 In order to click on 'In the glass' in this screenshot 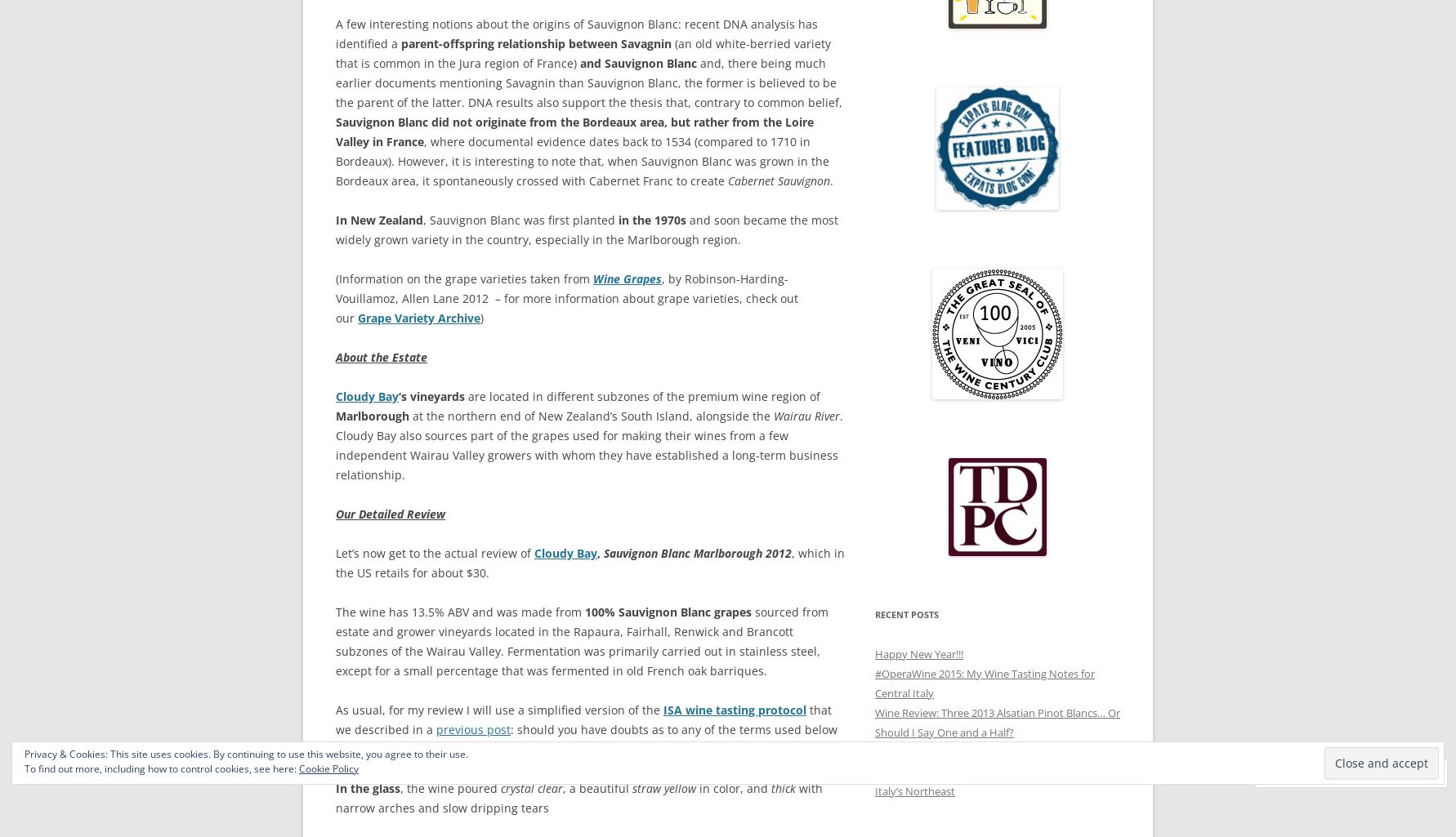, I will do `click(367, 788)`.